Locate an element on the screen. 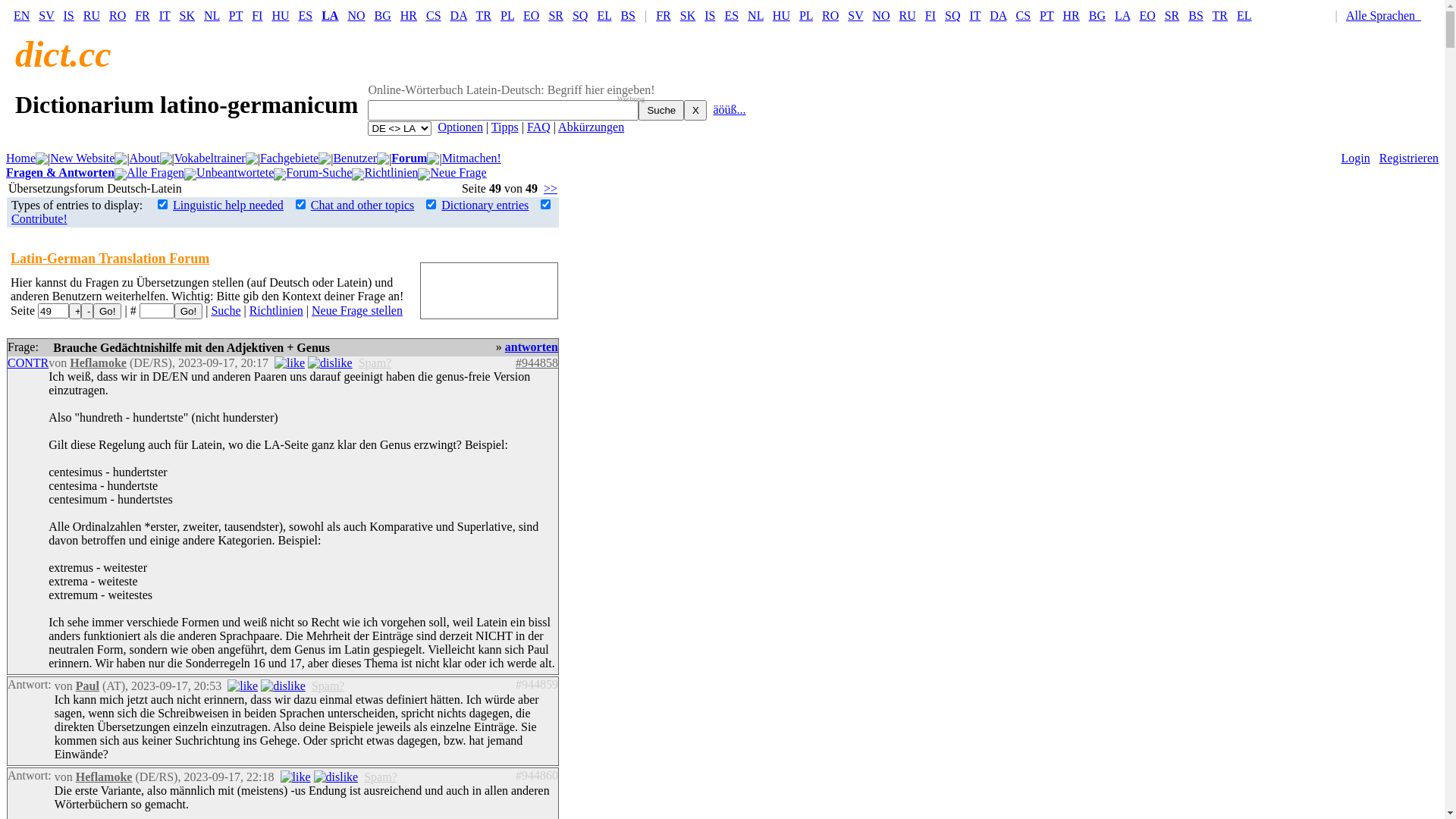 The height and width of the screenshot is (819, 1456). 'LA' is located at coordinates (329, 15).